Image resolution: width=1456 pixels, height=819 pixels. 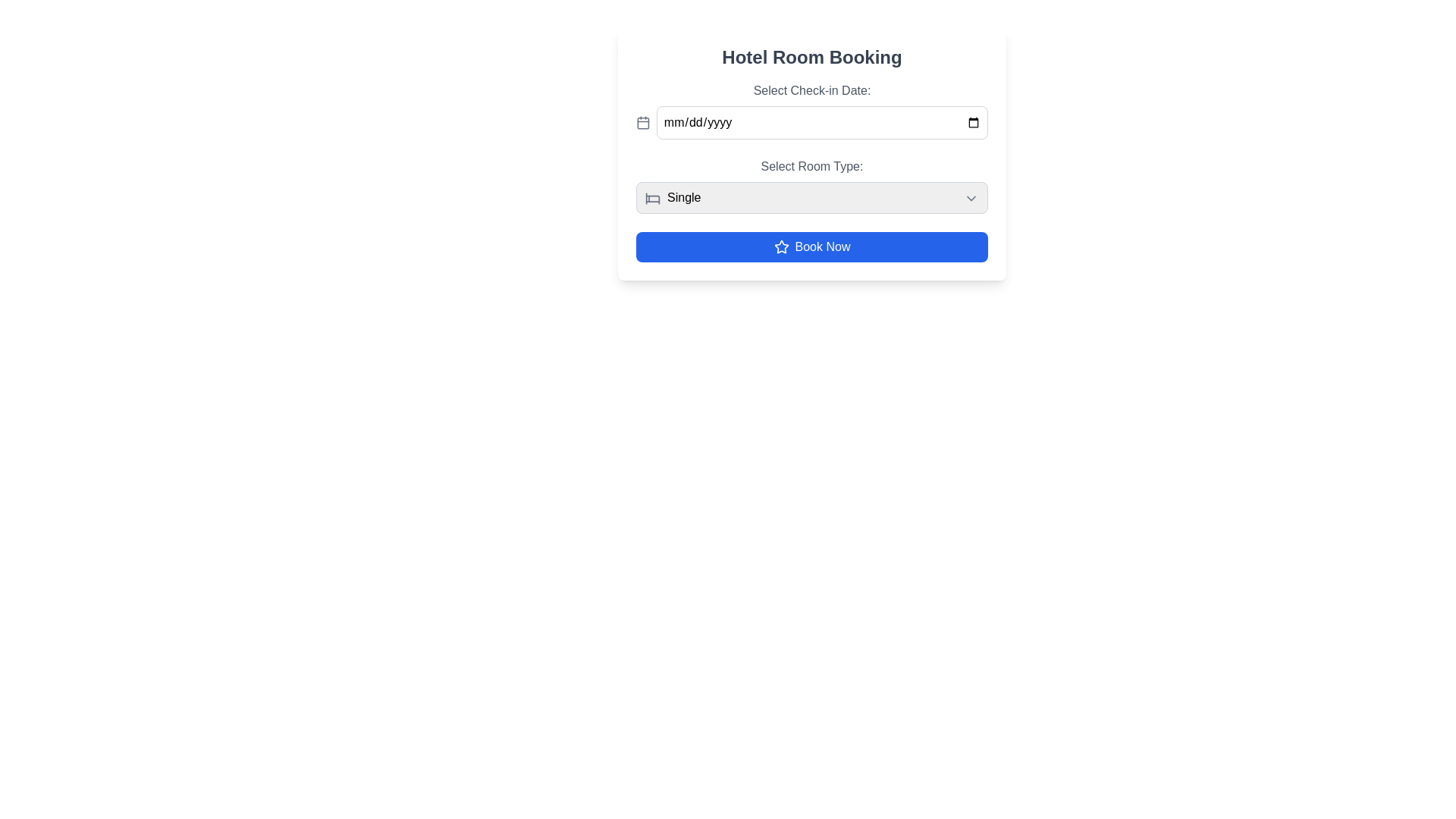 What do you see at coordinates (811, 57) in the screenshot?
I see `the Text header that serves as the title for the booking form, which is located at the top of the card layout and is centered horizontally` at bounding box center [811, 57].